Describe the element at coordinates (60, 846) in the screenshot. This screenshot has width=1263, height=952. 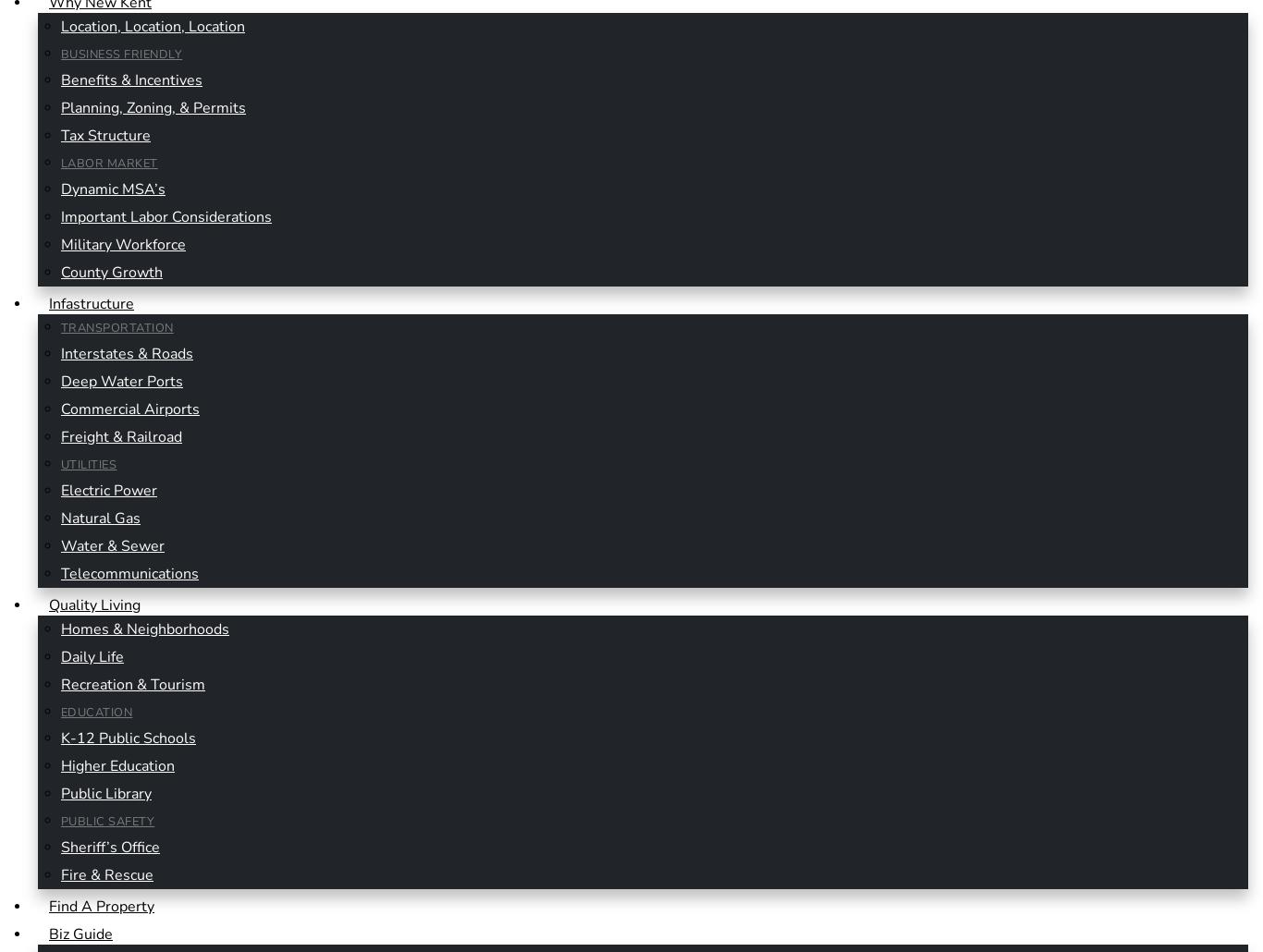
I see `'Sheriff’s Office'` at that location.